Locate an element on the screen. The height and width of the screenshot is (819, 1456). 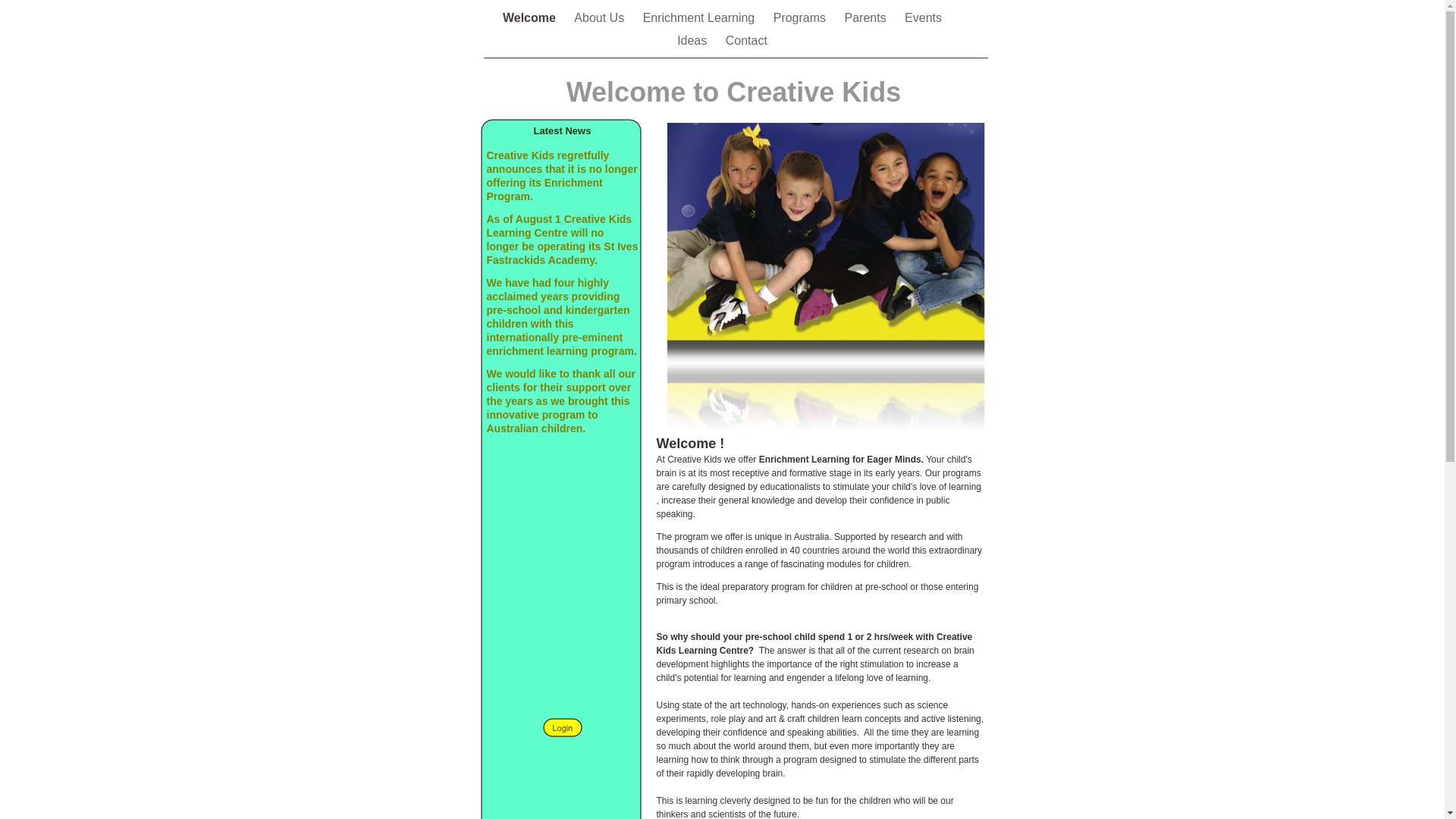
'Programs' is located at coordinates (773, 17).